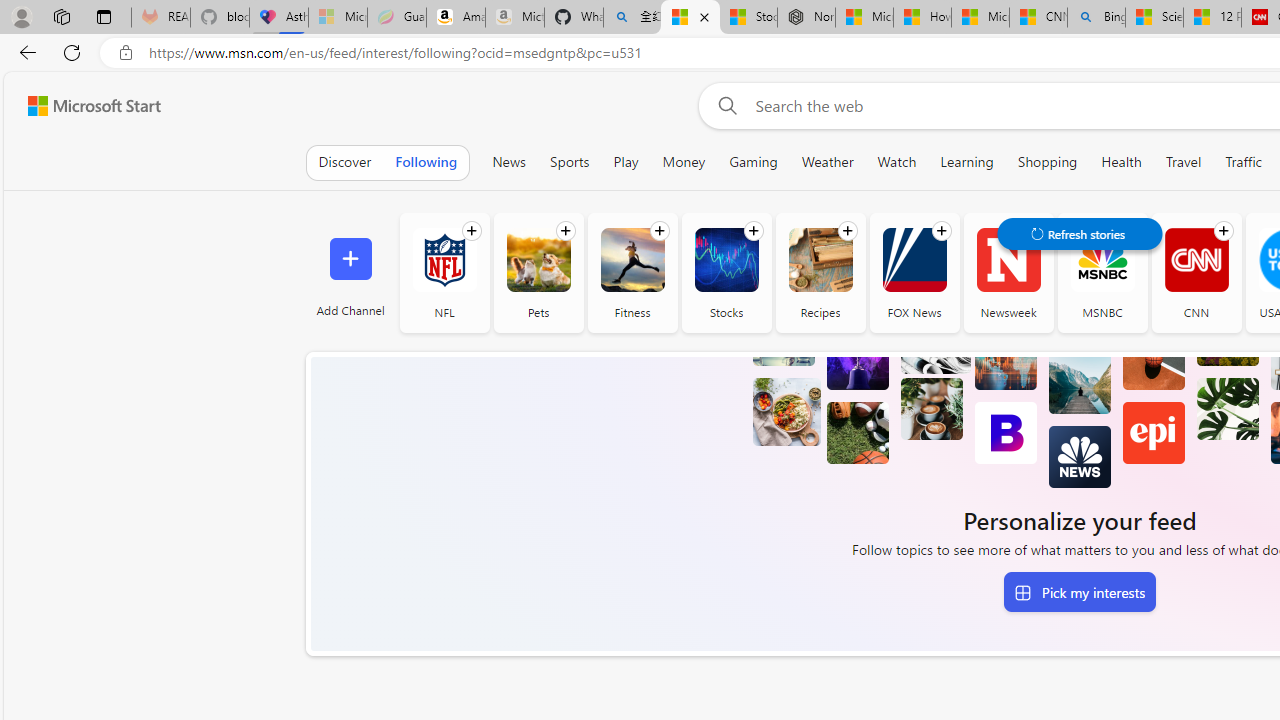 Image resolution: width=1280 pixels, height=720 pixels. Describe the element at coordinates (1184, 161) in the screenshot. I see `'Travel'` at that location.